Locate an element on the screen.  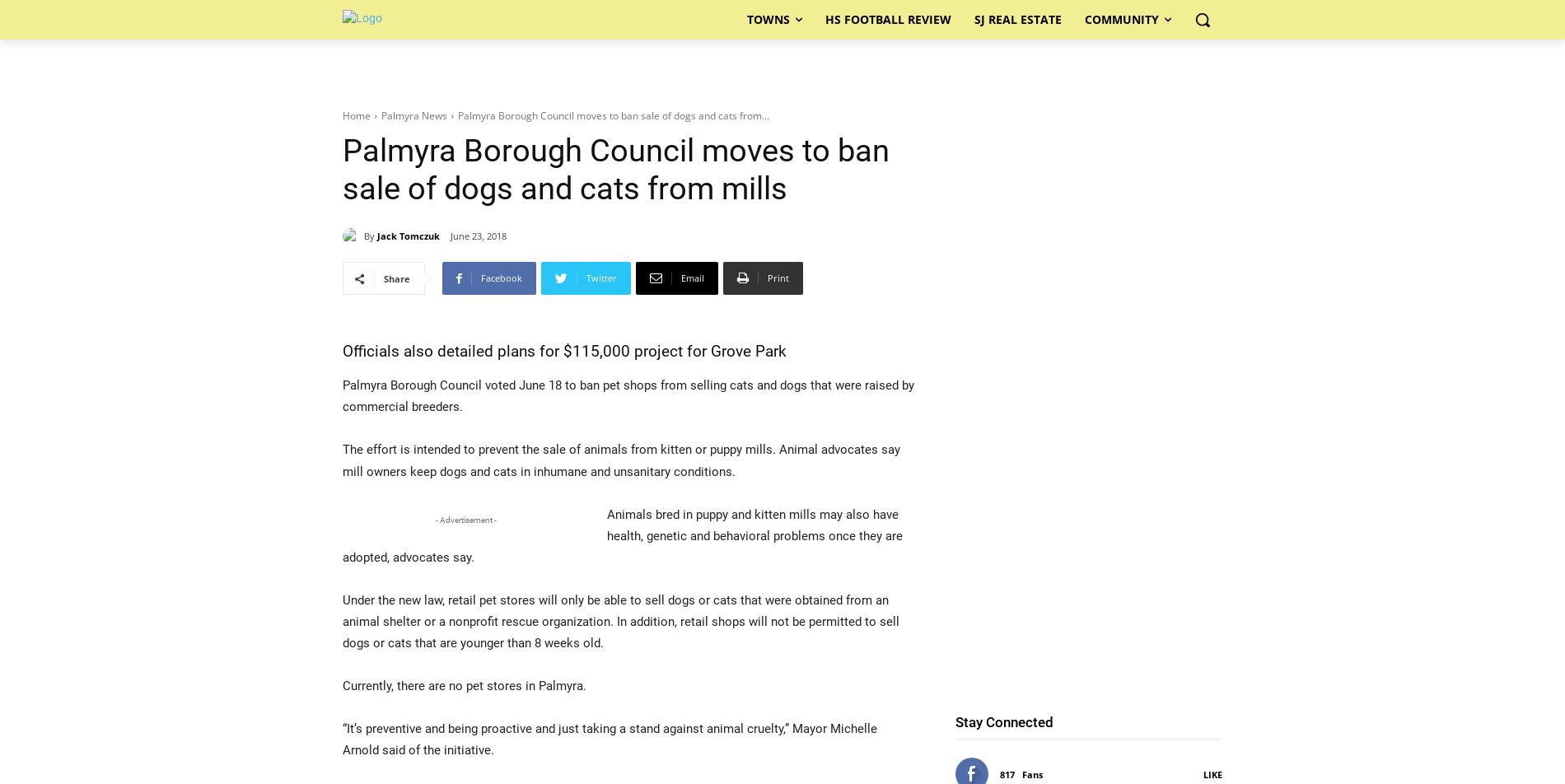
'Facebook' is located at coordinates (501, 278).